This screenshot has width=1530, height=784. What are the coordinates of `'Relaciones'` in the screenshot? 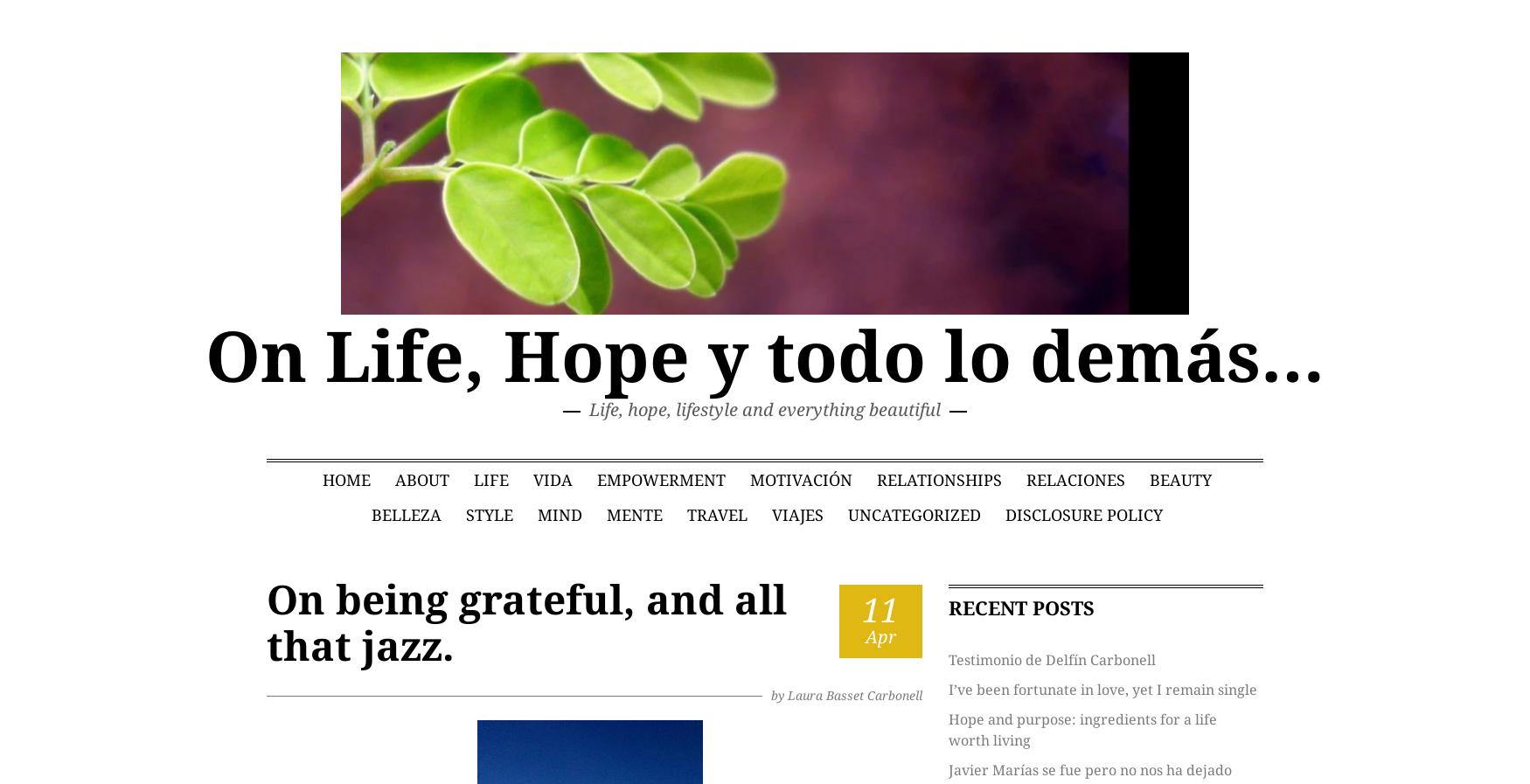 It's located at (1074, 479).